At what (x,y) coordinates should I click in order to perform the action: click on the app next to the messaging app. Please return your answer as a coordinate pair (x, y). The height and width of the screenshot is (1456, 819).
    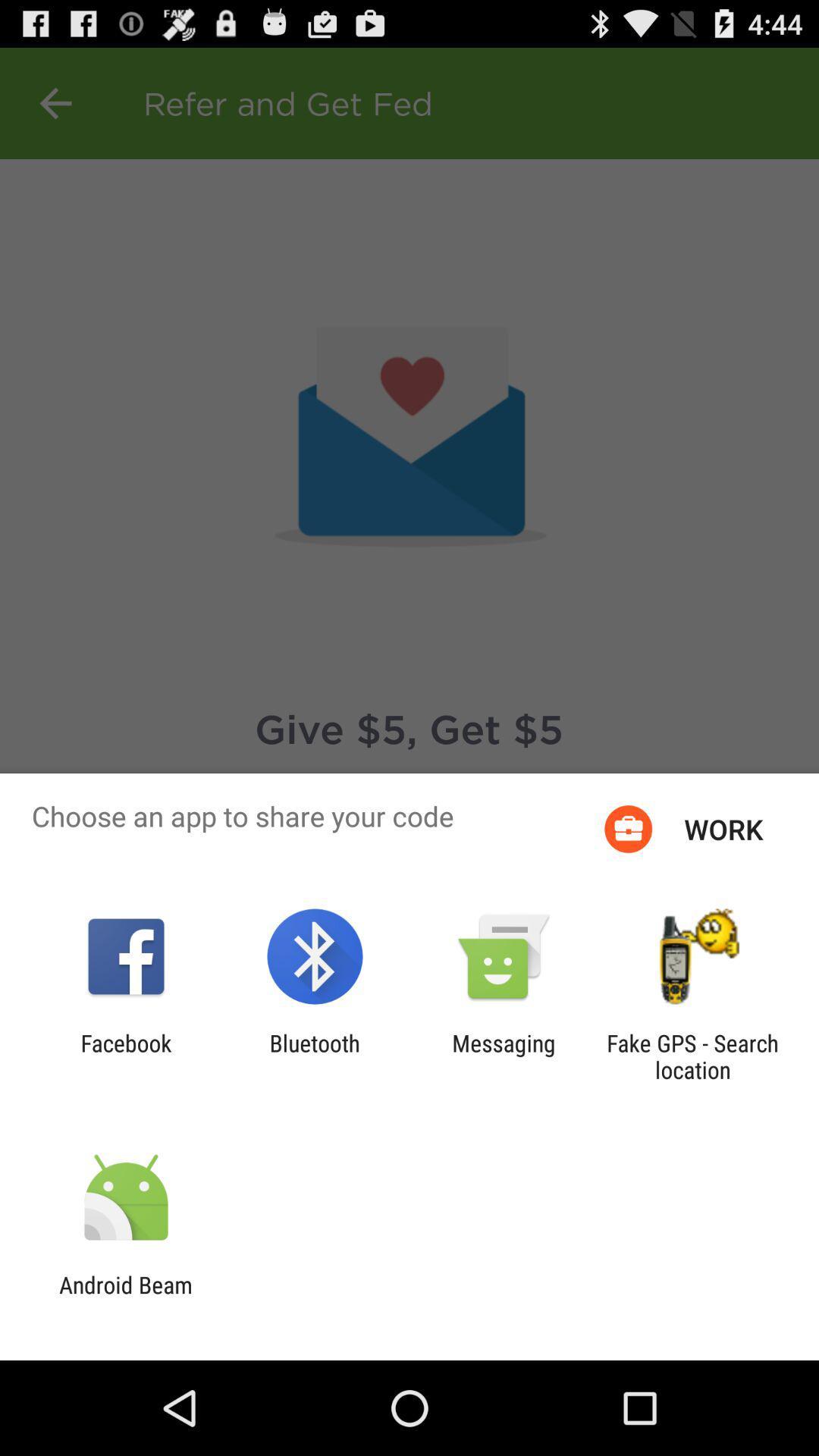
    Looking at the image, I should click on (692, 1056).